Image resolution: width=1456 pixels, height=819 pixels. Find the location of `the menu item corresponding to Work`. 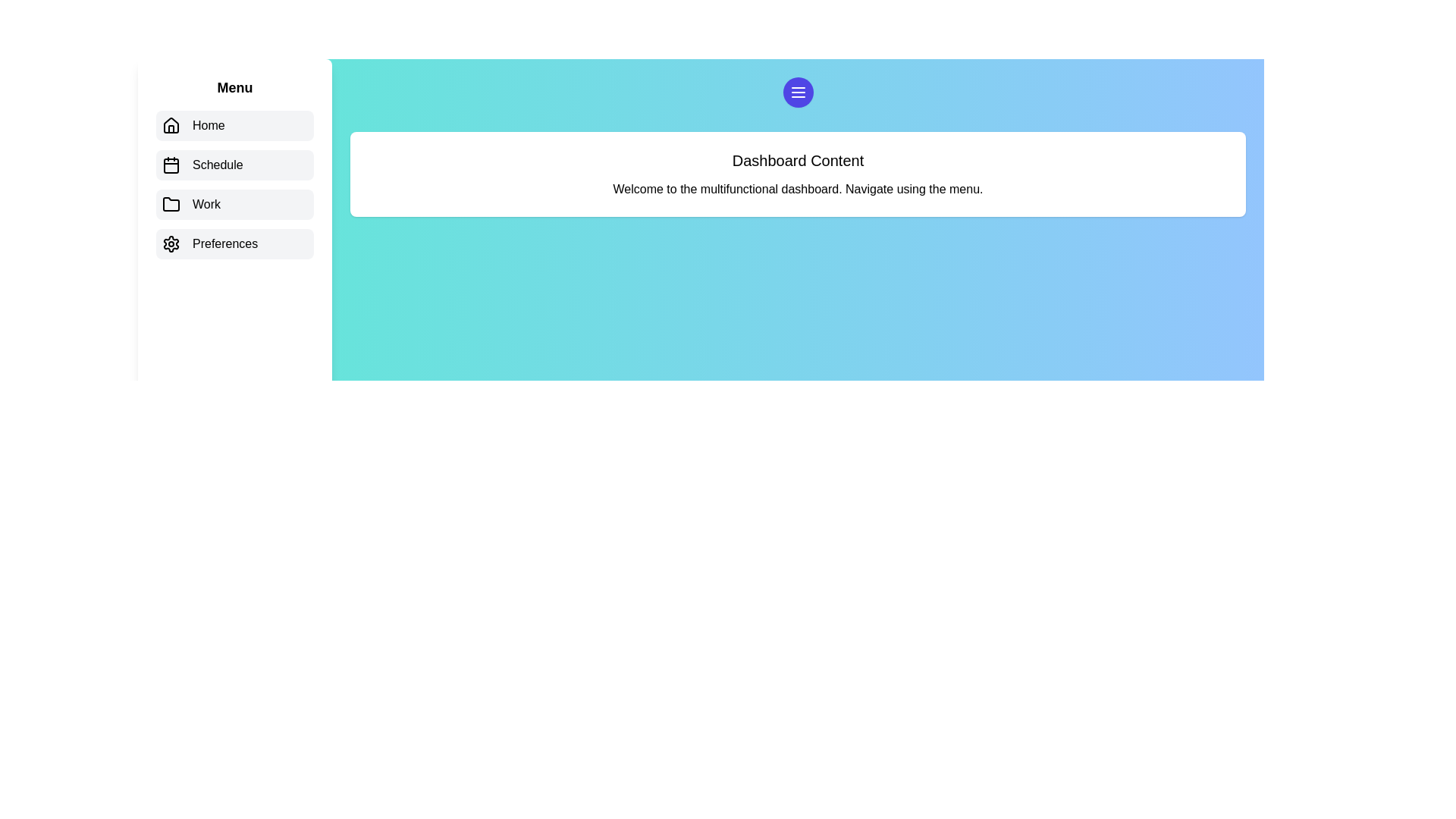

the menu item corresponding to Work is located at coordinates (234, 205).